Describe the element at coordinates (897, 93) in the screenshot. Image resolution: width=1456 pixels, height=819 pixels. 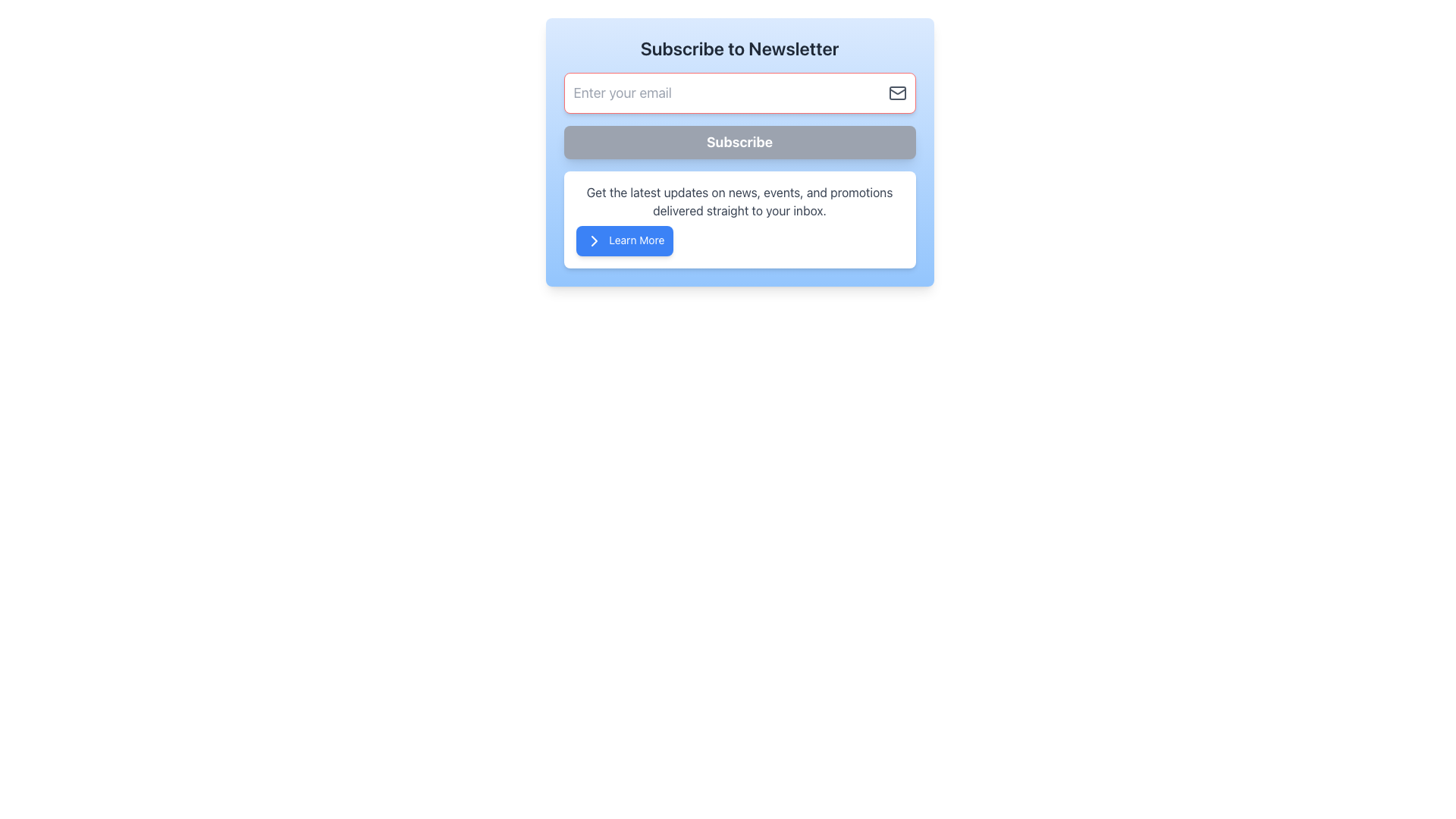
I see `the mail icon, which is an outlined envelope styled in gray, located on the right side of the email input field` at that location.